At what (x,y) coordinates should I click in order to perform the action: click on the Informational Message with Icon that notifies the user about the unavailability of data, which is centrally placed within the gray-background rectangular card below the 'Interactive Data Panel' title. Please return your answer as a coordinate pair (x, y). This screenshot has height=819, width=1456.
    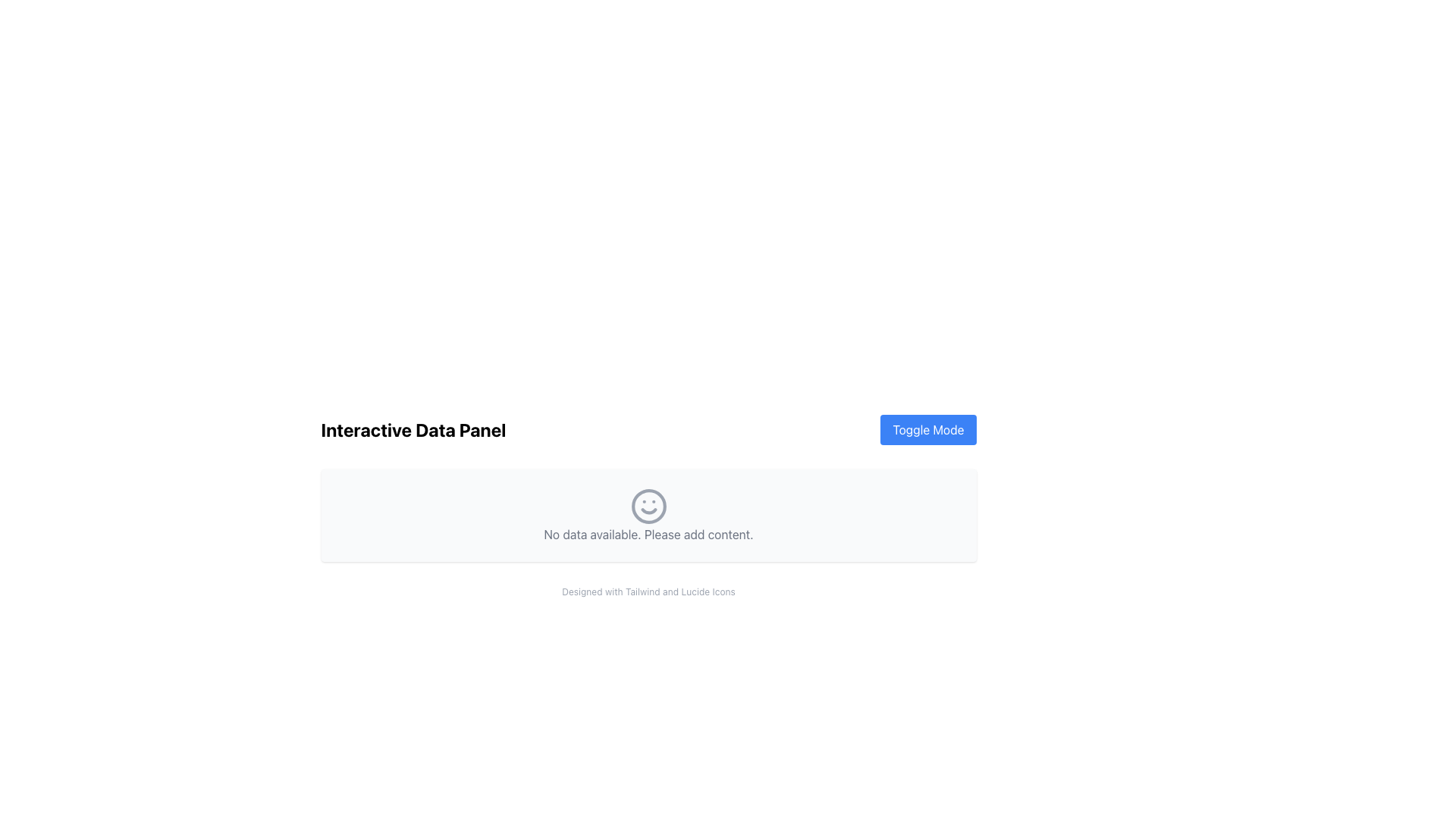
    Looking at the image, I should click on (648, 514).